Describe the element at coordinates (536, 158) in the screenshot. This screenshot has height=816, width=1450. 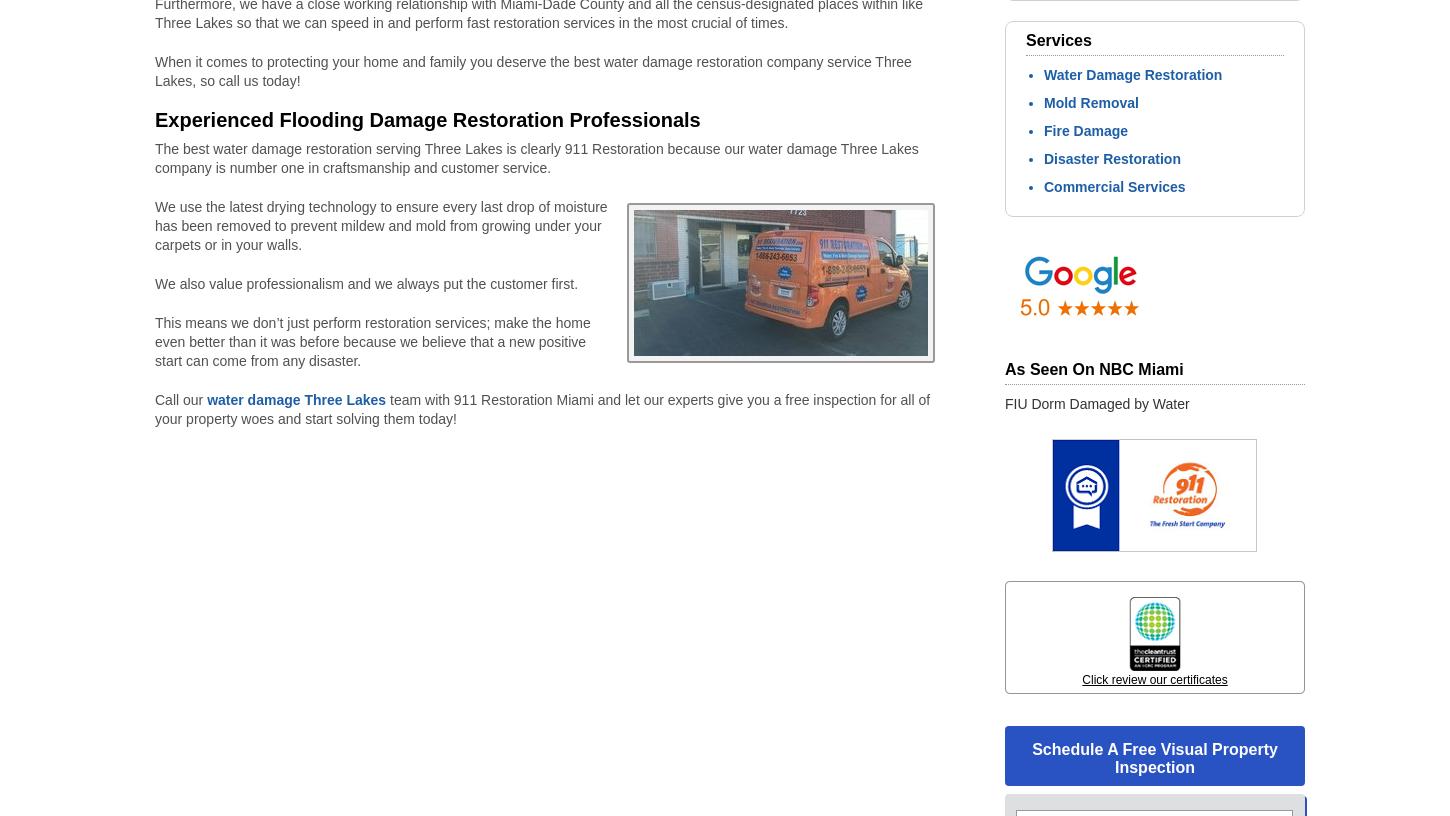
I see `'The best water damage restoration serving Three Lakes is clearly 911 Restoration because our water damage Three Lakes company is number one in craftsmanship and customer service.'` at that location.